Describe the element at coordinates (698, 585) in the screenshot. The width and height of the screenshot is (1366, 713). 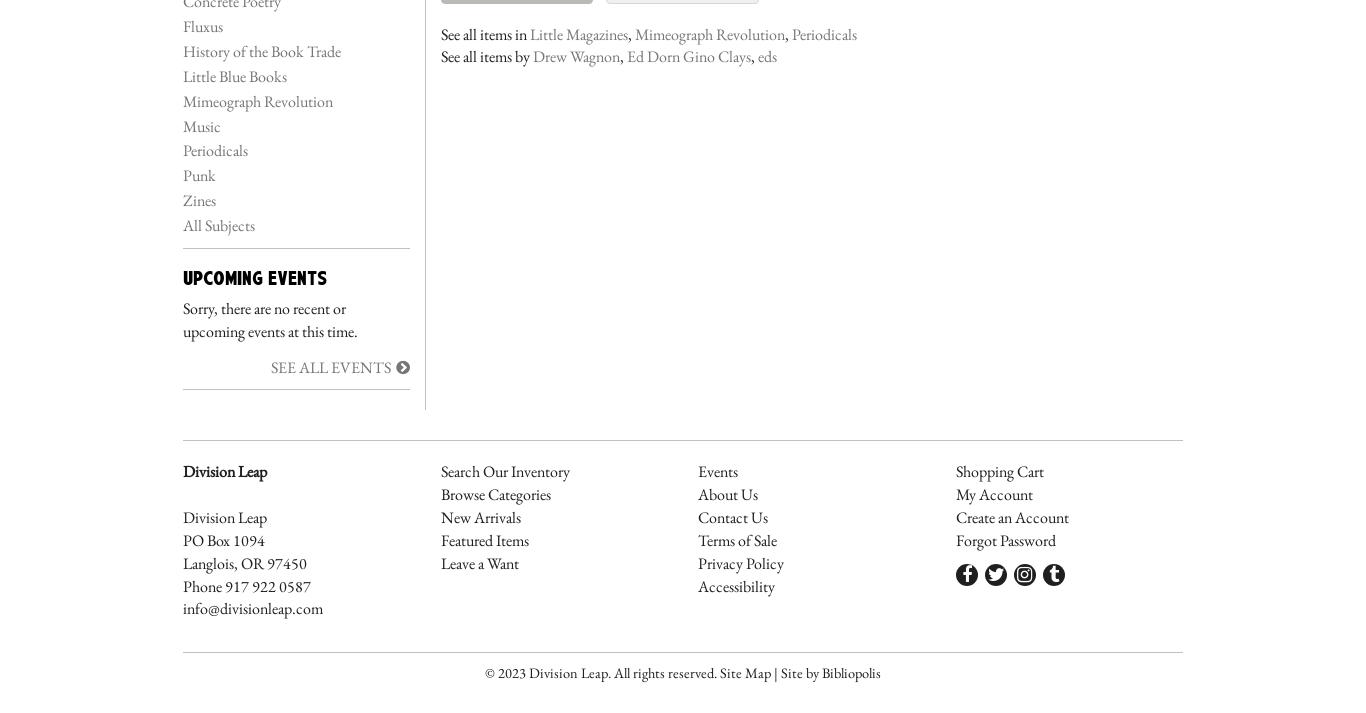
I see `'Accessibility'` at that location.